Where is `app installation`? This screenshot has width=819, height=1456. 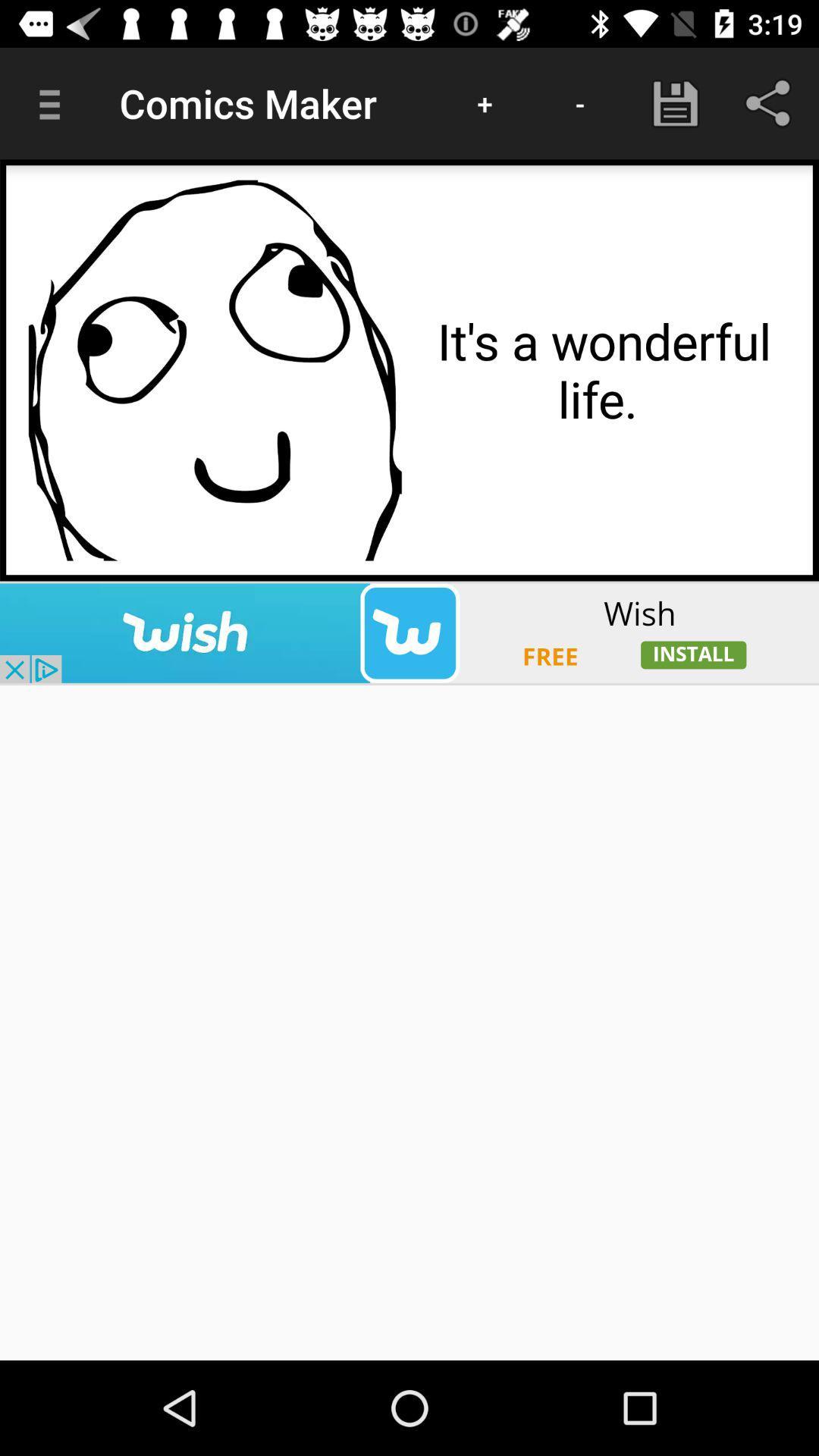 app installation is located at coordinates (409, 633).